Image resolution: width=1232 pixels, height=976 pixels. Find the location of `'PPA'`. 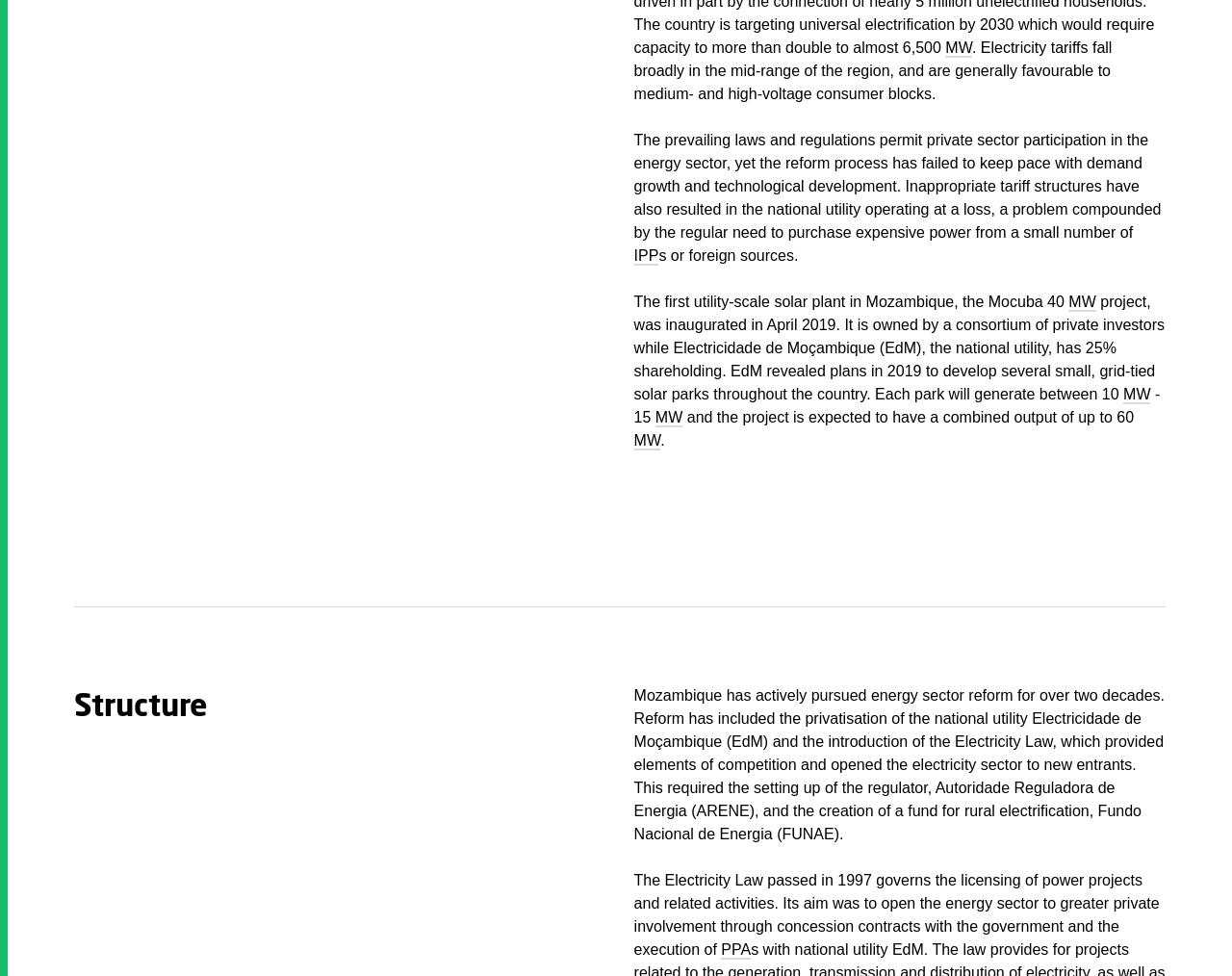

'PPA' is located at coordinates (734, 949).